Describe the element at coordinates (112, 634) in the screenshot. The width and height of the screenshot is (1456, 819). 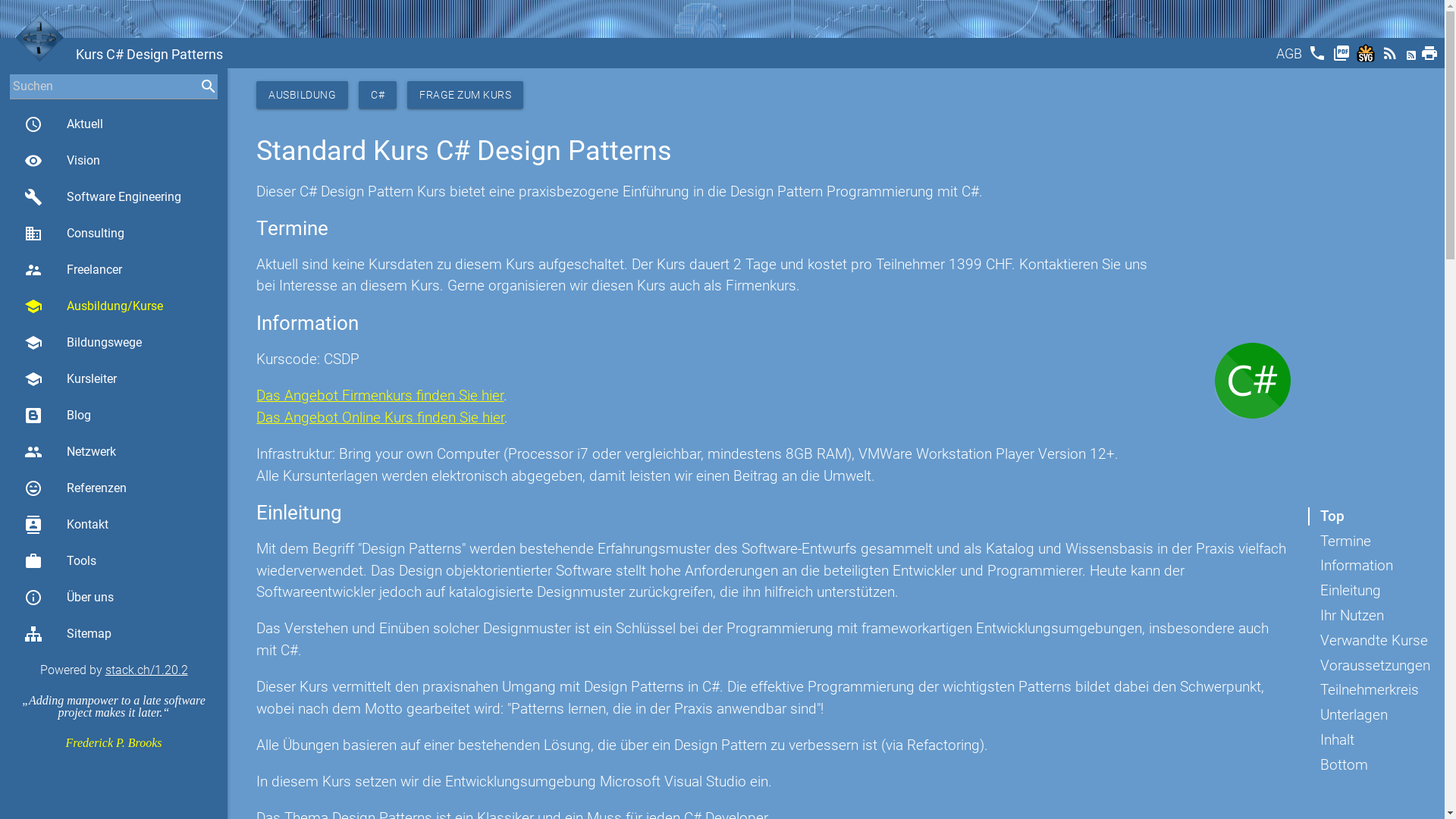
I see `'Sitemap'` at that location.